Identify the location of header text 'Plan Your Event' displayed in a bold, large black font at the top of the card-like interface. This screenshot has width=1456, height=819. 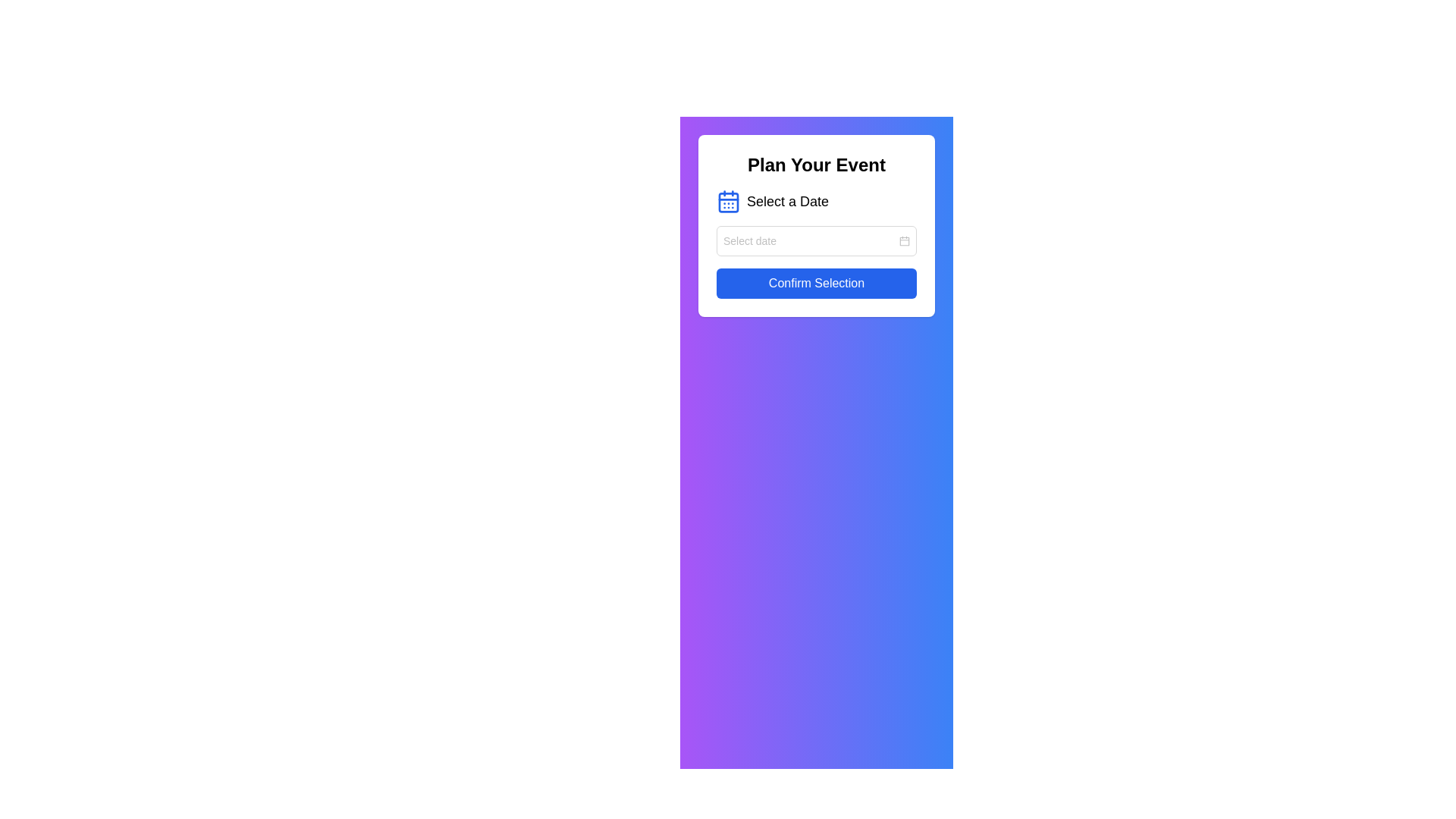
(815, 165).